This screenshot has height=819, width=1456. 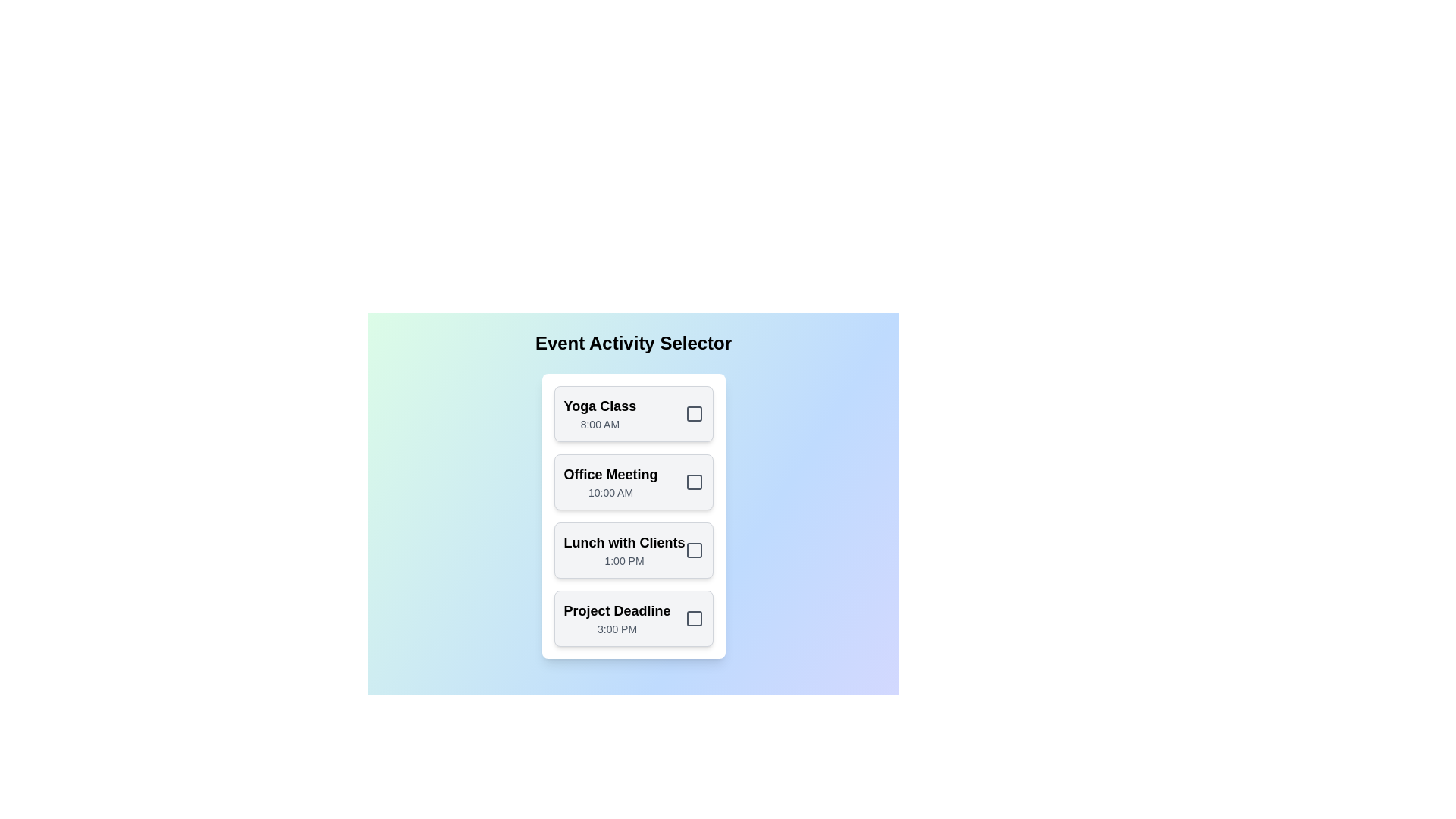 I want to click on the activity card corresponding to Office Meeting to toggle its selection state, so click(x=633, y=482).